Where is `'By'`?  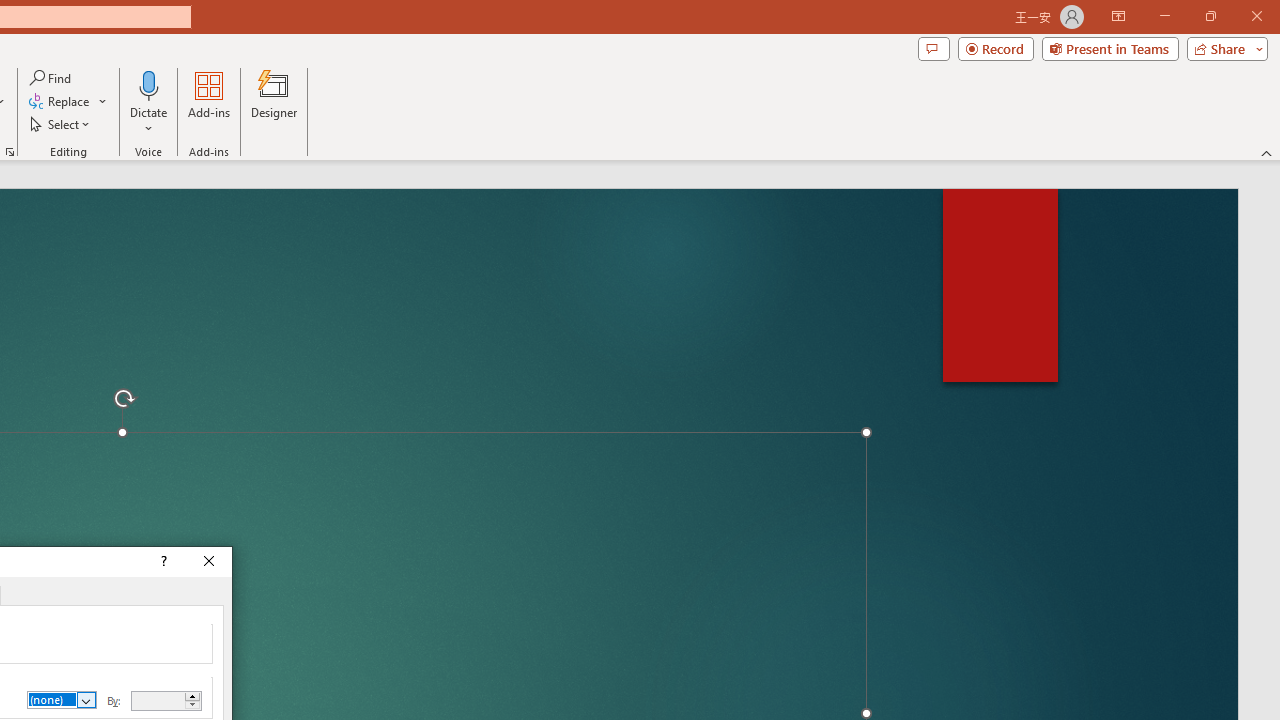
'By' is located at coordinates (166, 700).